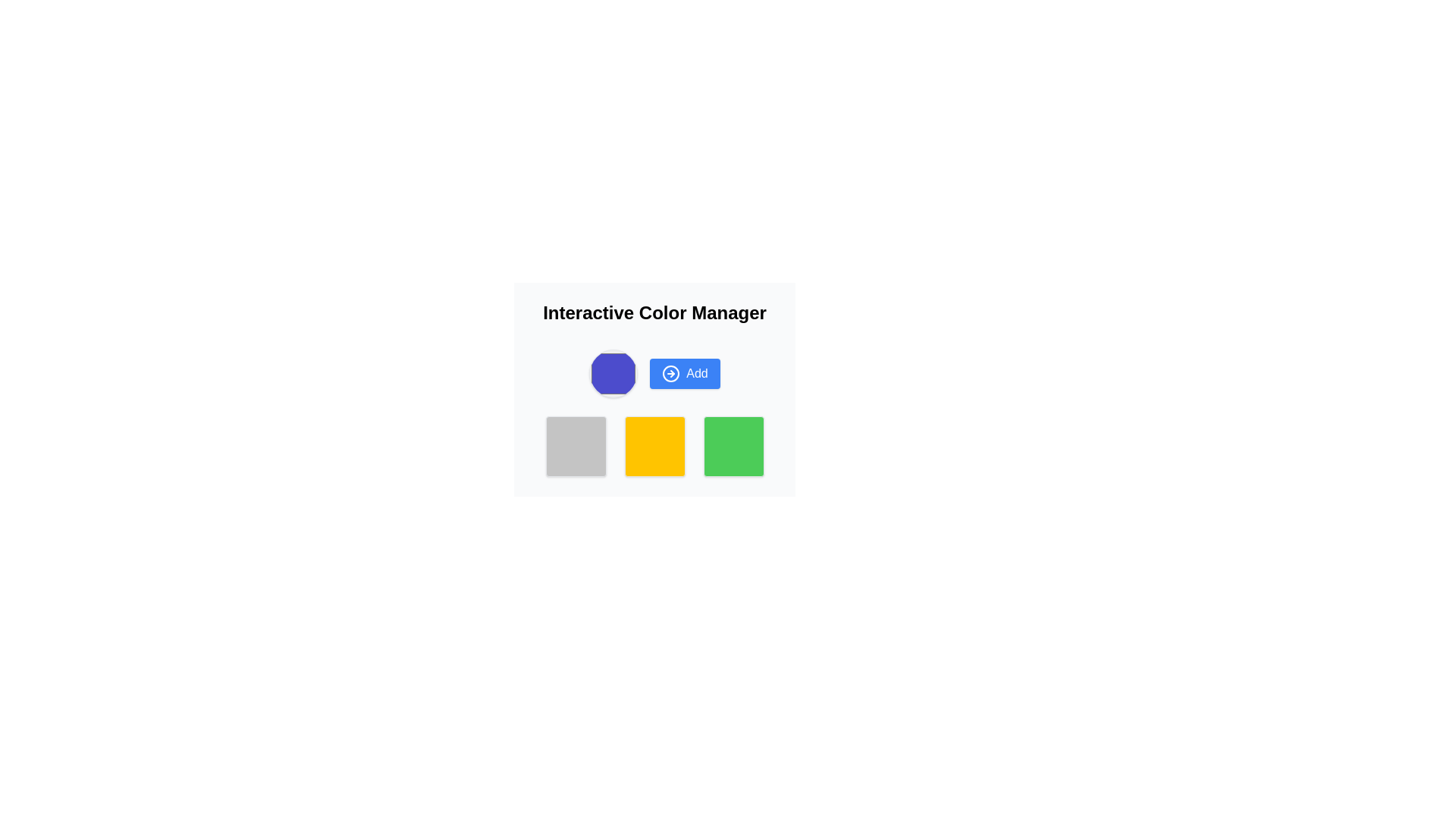 This screenshot has height=819, width=1456. What do you see at coordinates (684, 374) in the screenshot?
I see `the interactive 'add' button located to the right of the circular color indicator` at bounding box center [684, 374].